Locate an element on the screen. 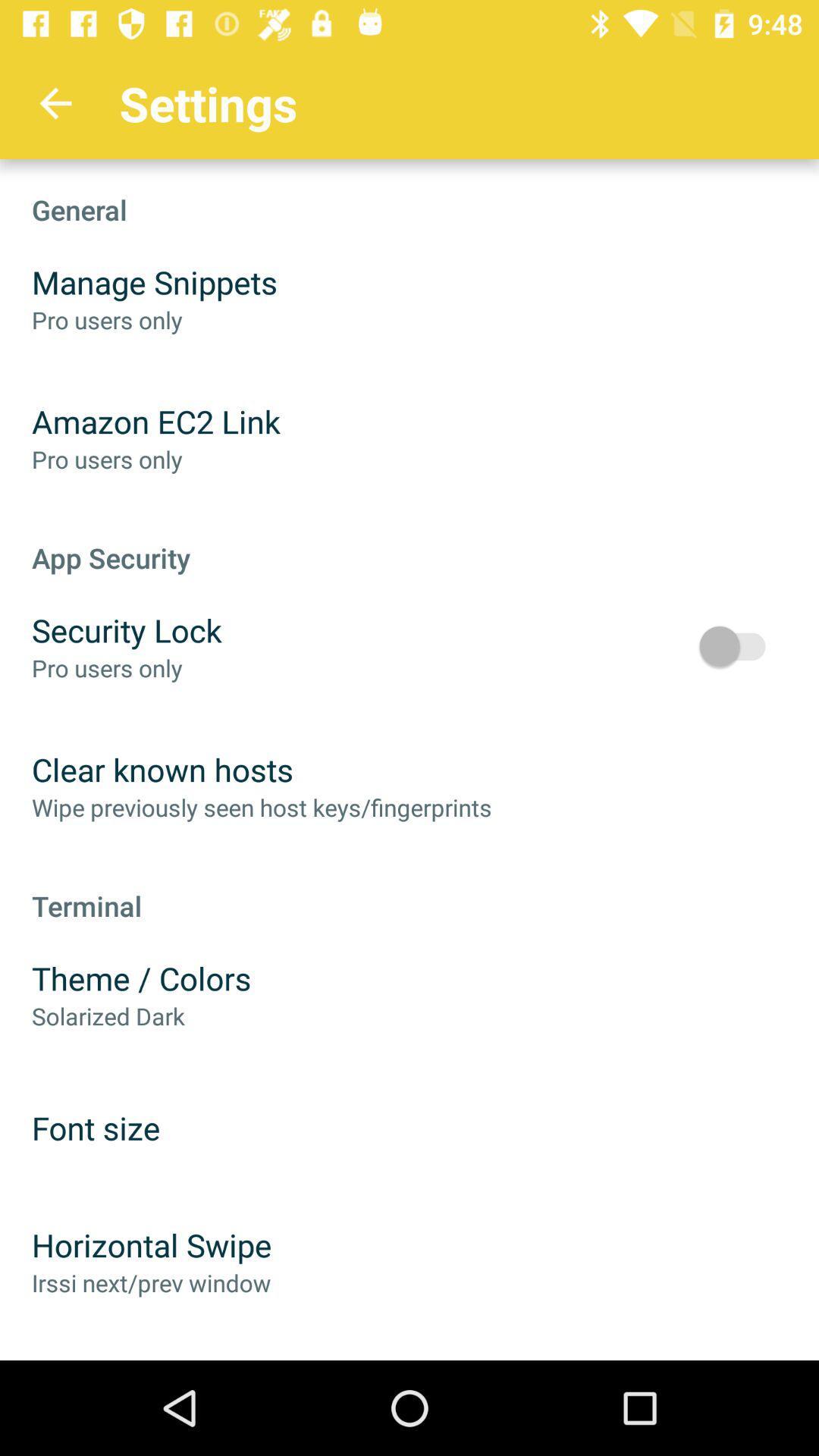 This screenshot has width=819, height=1456. icon next to settings is located at coordinates (55, 102).